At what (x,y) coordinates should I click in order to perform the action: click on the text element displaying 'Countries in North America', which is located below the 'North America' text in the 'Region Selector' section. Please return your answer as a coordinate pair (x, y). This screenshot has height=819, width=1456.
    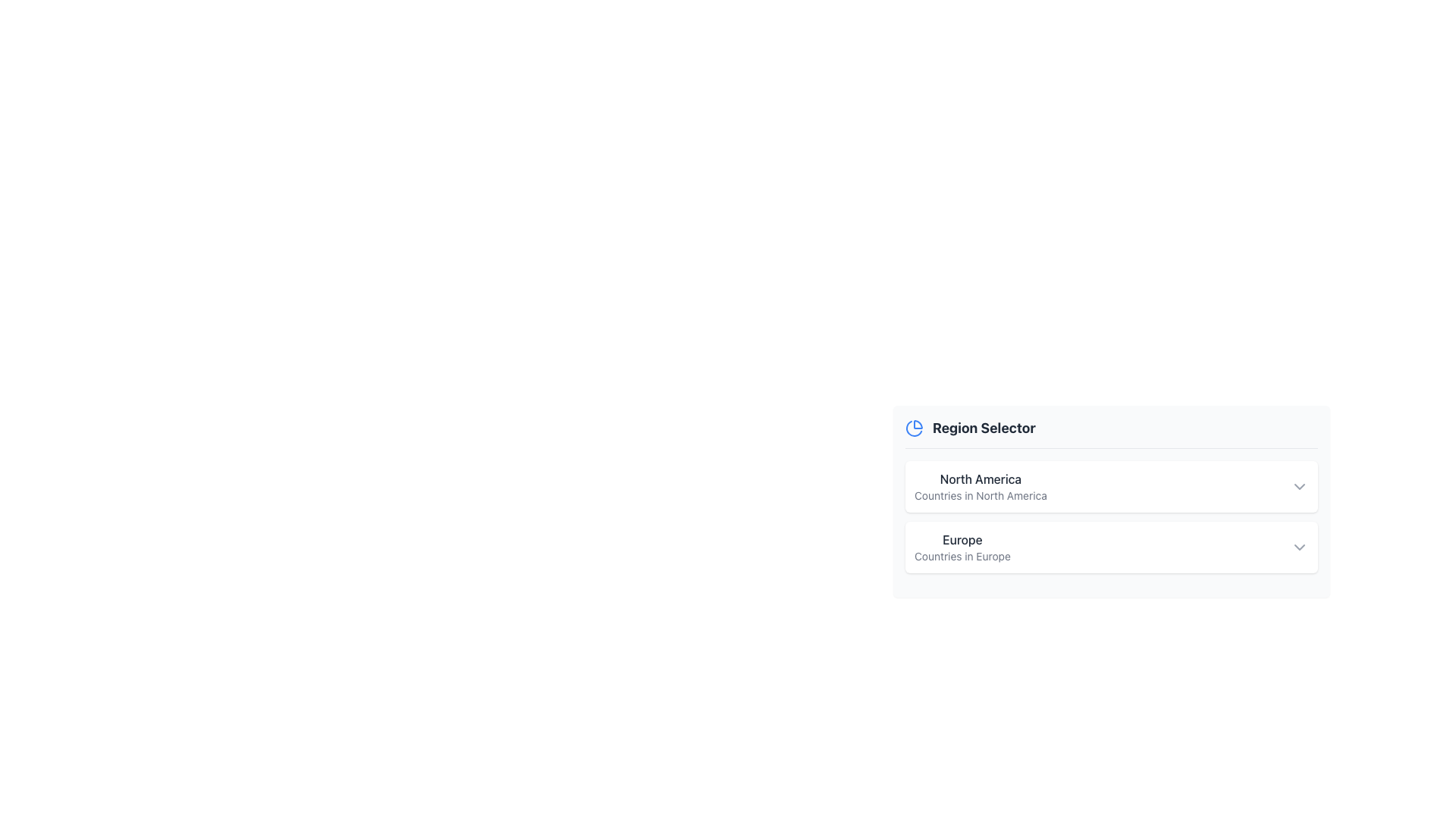
    Looking at the image, I should click on (981, 496).